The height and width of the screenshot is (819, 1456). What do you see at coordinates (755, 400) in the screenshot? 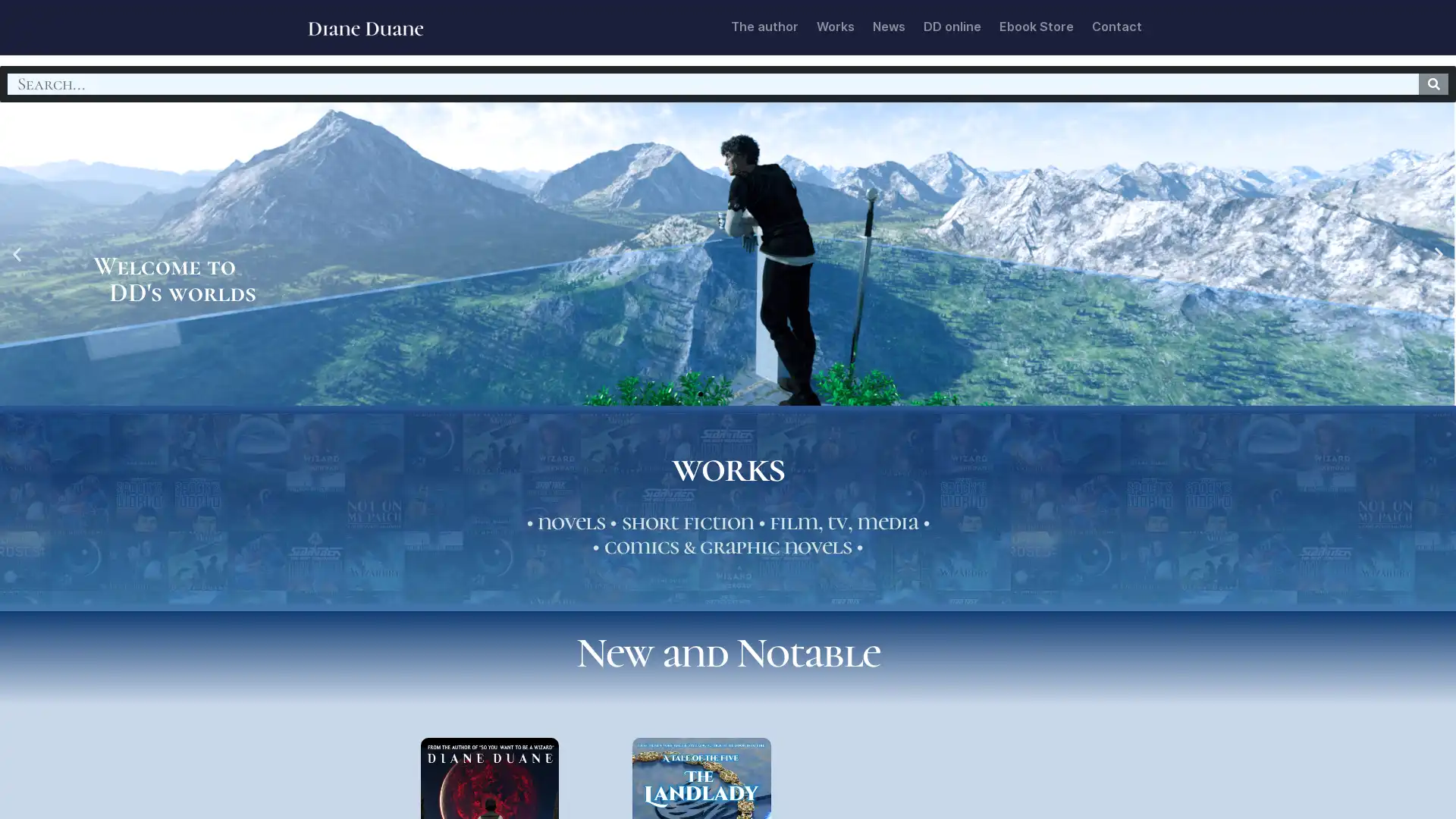
I see `Go to slide 5` at bounding box center [755, 400].